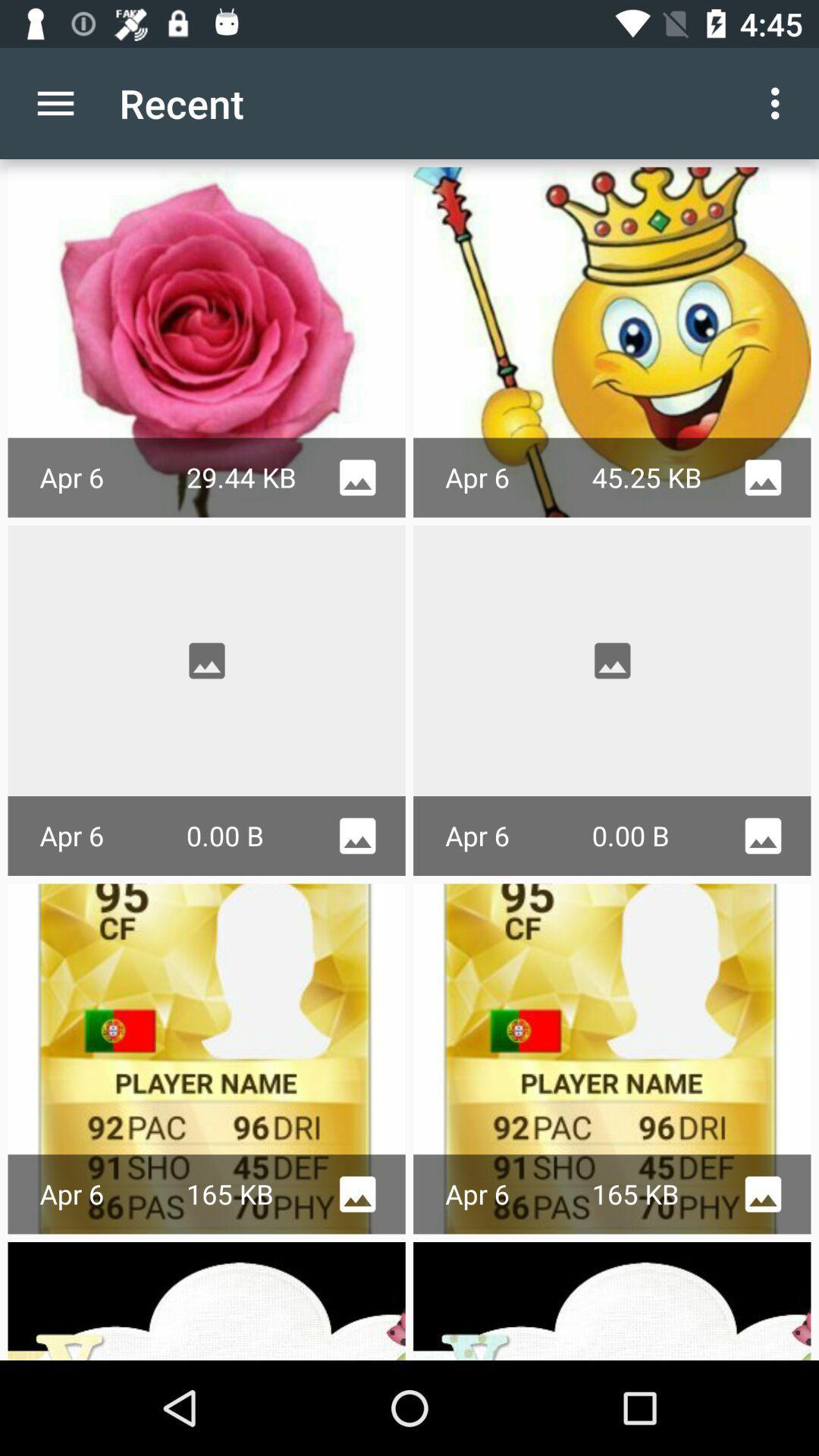 The height and width of the screenshot is (1456, 819). What do you see at coordinates (611, 341) in the screenshot?
I see `the image with the smiley` at bounding box center [611, 341].